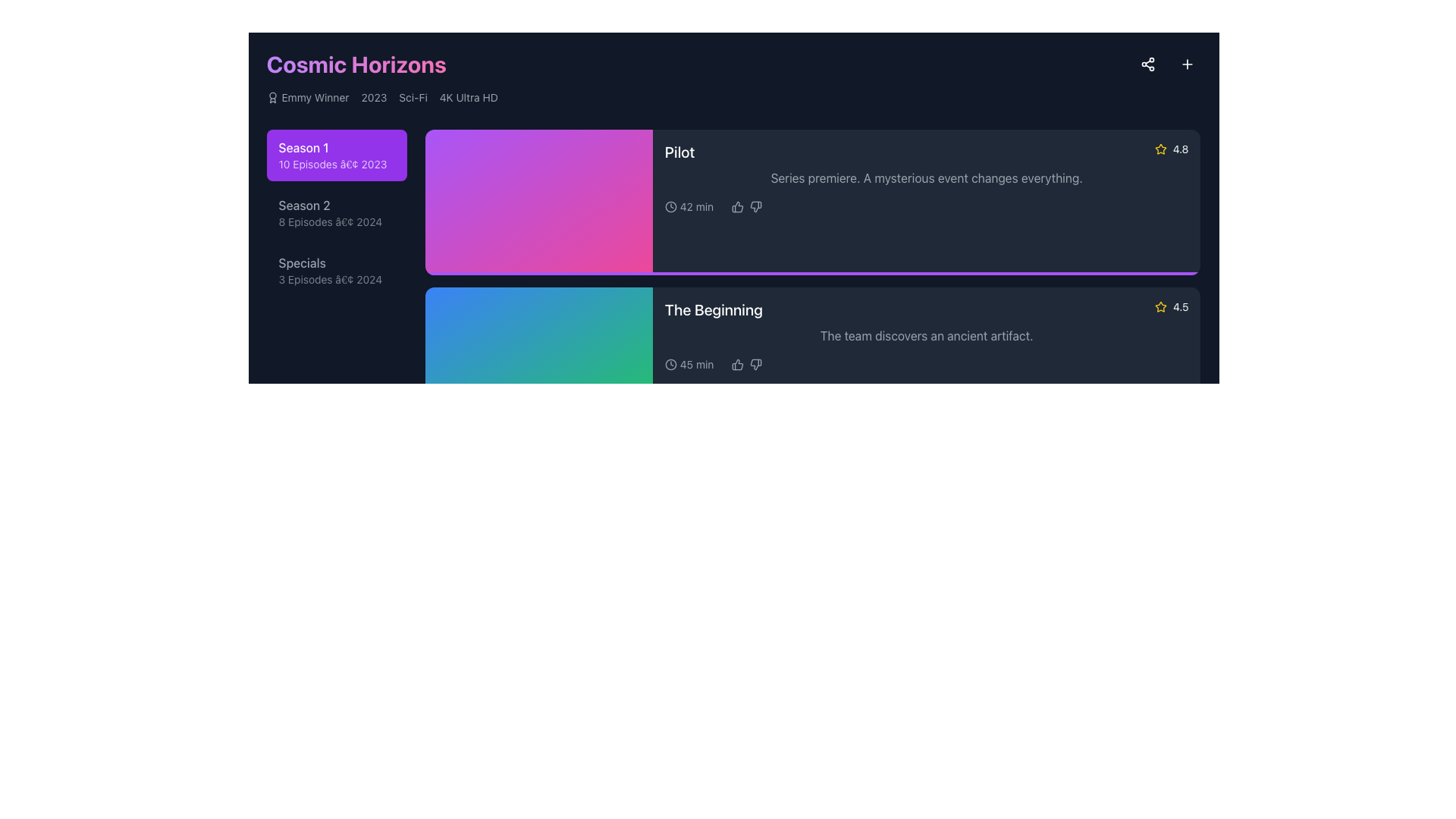 Image resolution: width=1456 pixels, height=819 pixels. Describe the element at coordinates (336, 155) in the screenshot. I see `the button with a bright purple background and white text that reads 'Season 1'` at that location.